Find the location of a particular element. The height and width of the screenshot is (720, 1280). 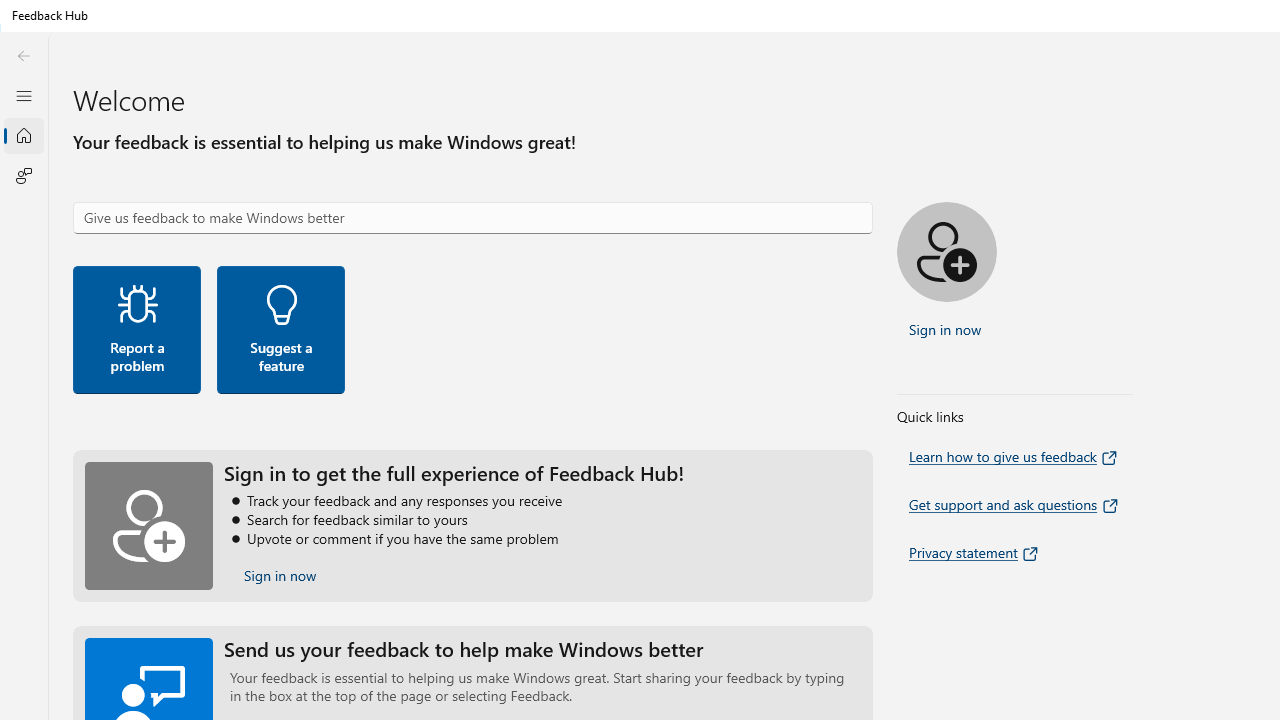

'Give us feedback to make Windows better' is located at coordinates (471, 218).